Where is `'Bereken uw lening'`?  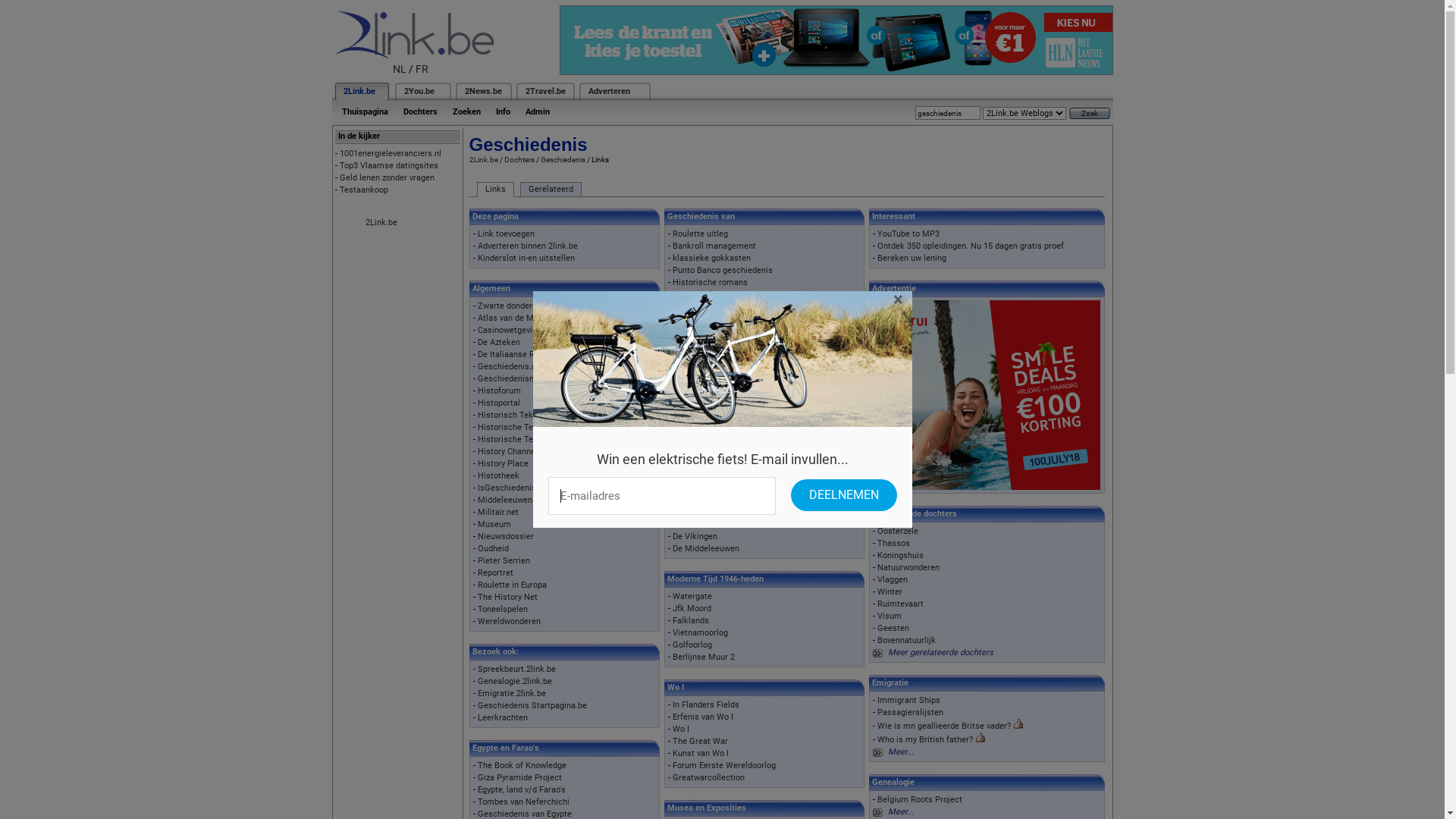
'Bereken uw lening' is located at coordinates (877, 257).